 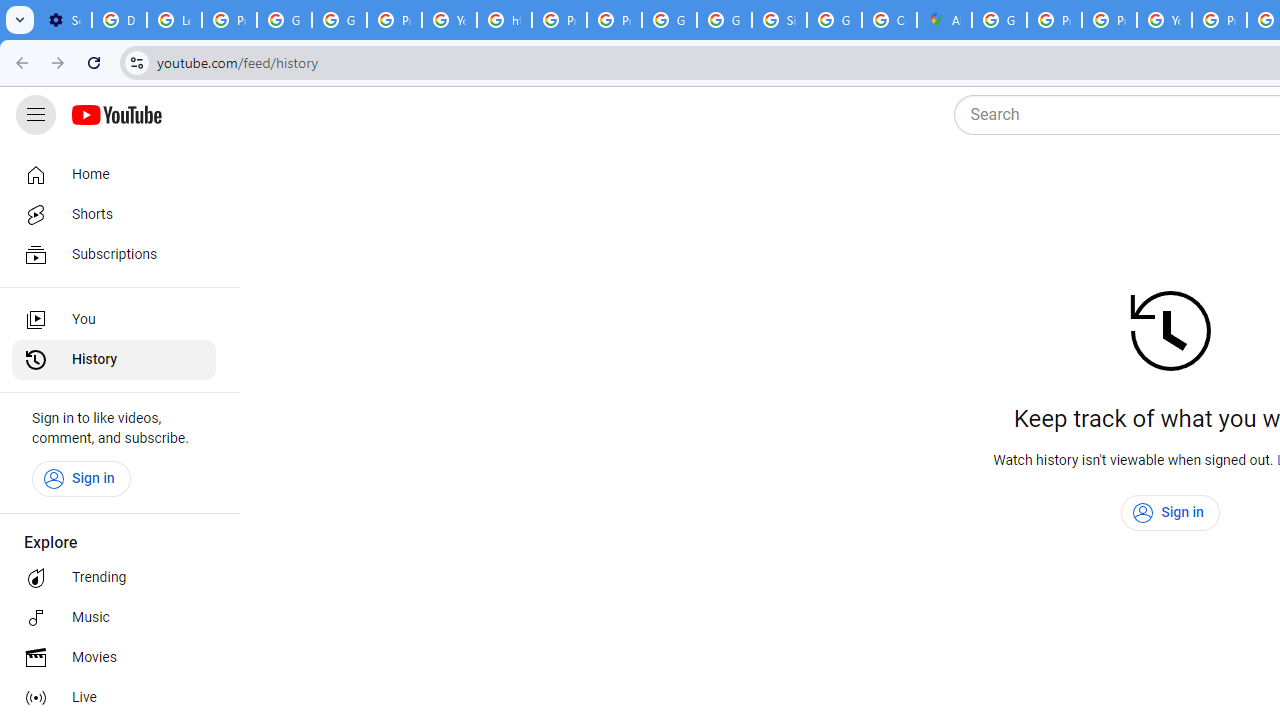 What do you see at coordinates (115, 115) in the screenshot?
I see `'YouTube Home'` at bounding box center [115, 115].